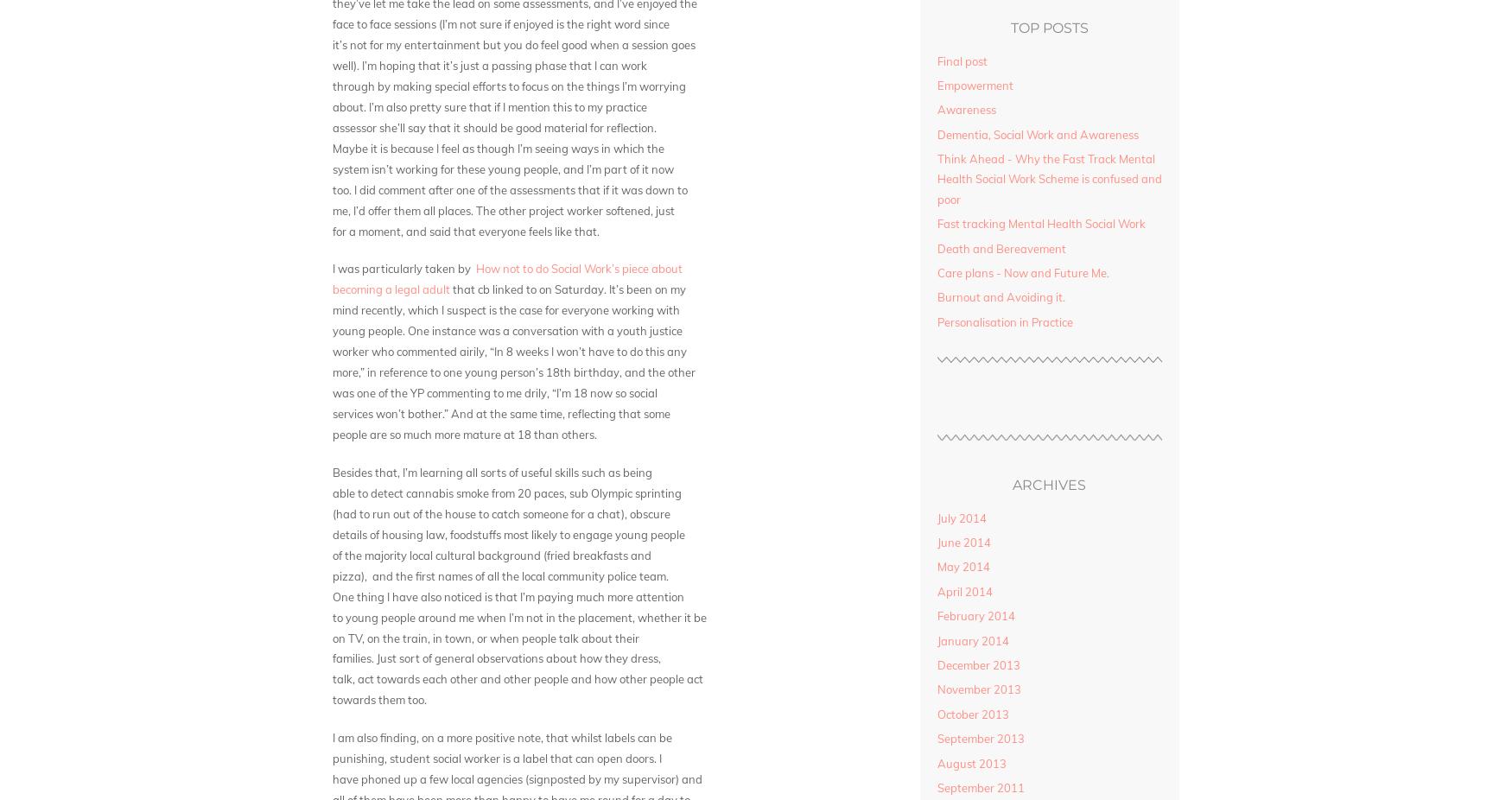  What do you see at coordinates (332, 778) in the screenshot?
I see `'have phoned up a few local agencies (signposted by my supervisor) and'` at bounding box center [332, 778].